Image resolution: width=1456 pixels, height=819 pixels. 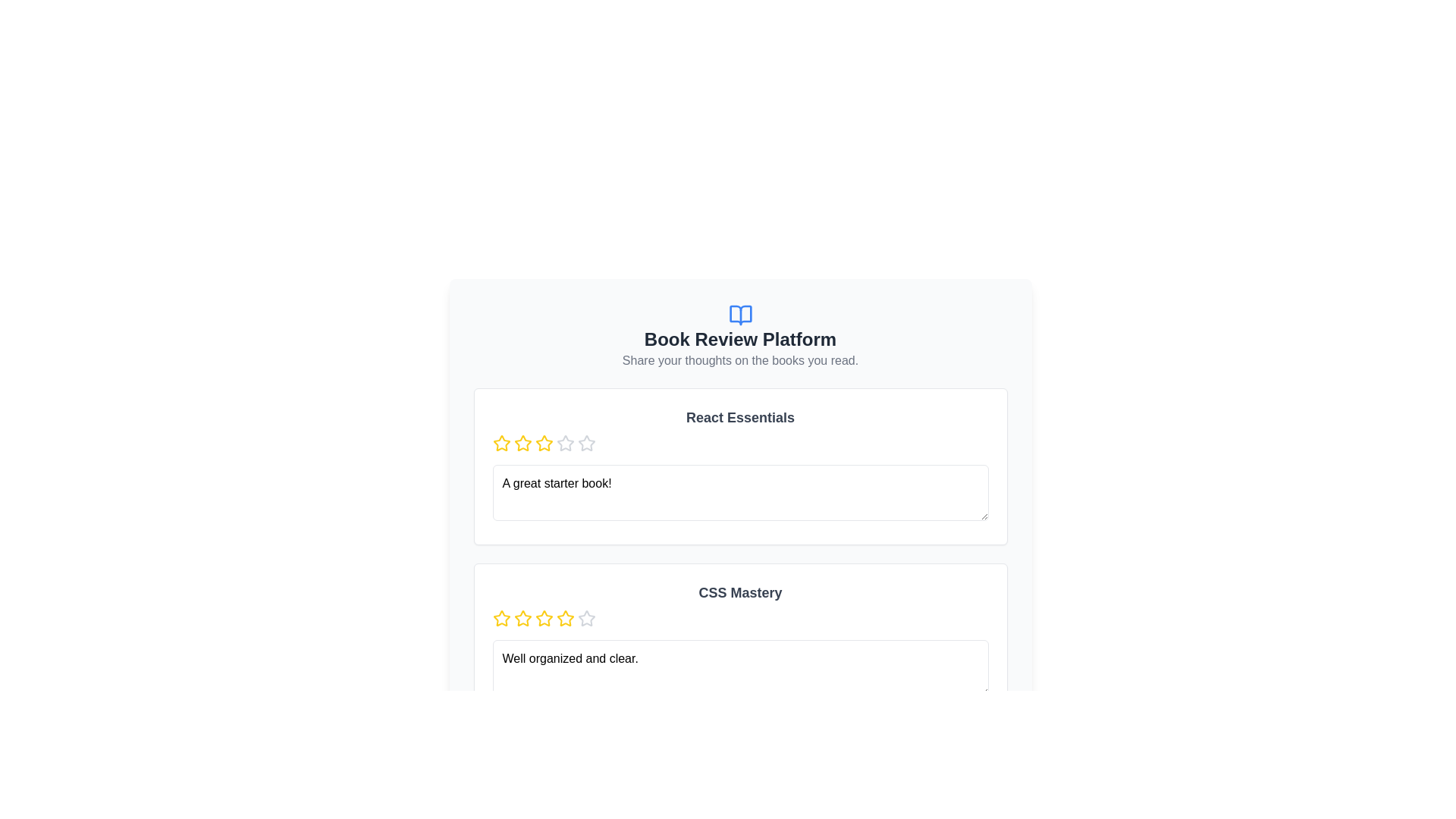 I want to click on the third yellow star-shaped rating icon below the 'CSS Mastery' heading, so click(x=564, y=618).